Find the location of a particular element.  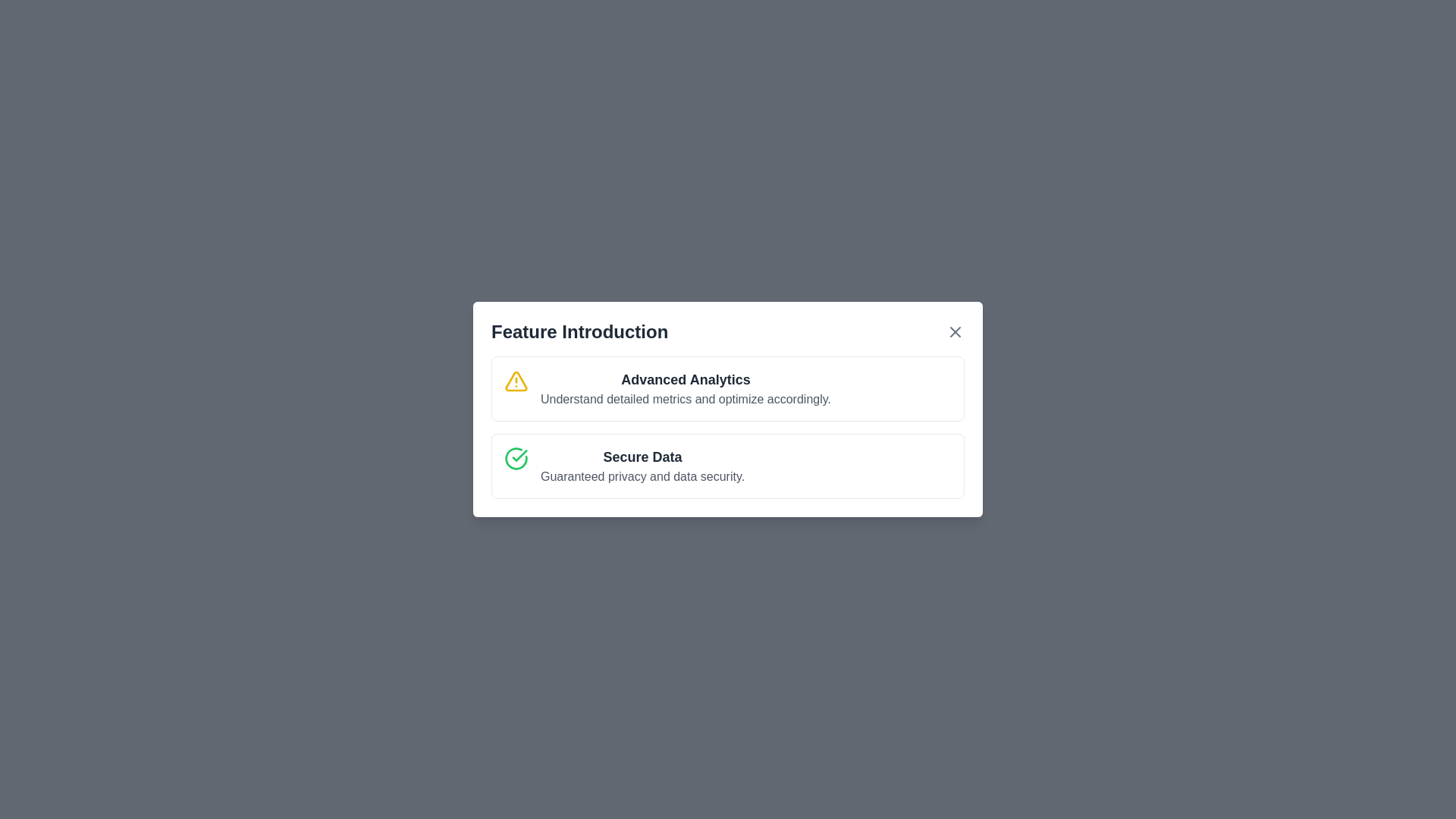

text component styled in grey font that conveys the description 'Understand detailed metrics and optimize accordingly.' It is positioned below the 'Advanced Analytics' heading in the 'Feature Introduction' dialog box is located at coordinates (685, 399).